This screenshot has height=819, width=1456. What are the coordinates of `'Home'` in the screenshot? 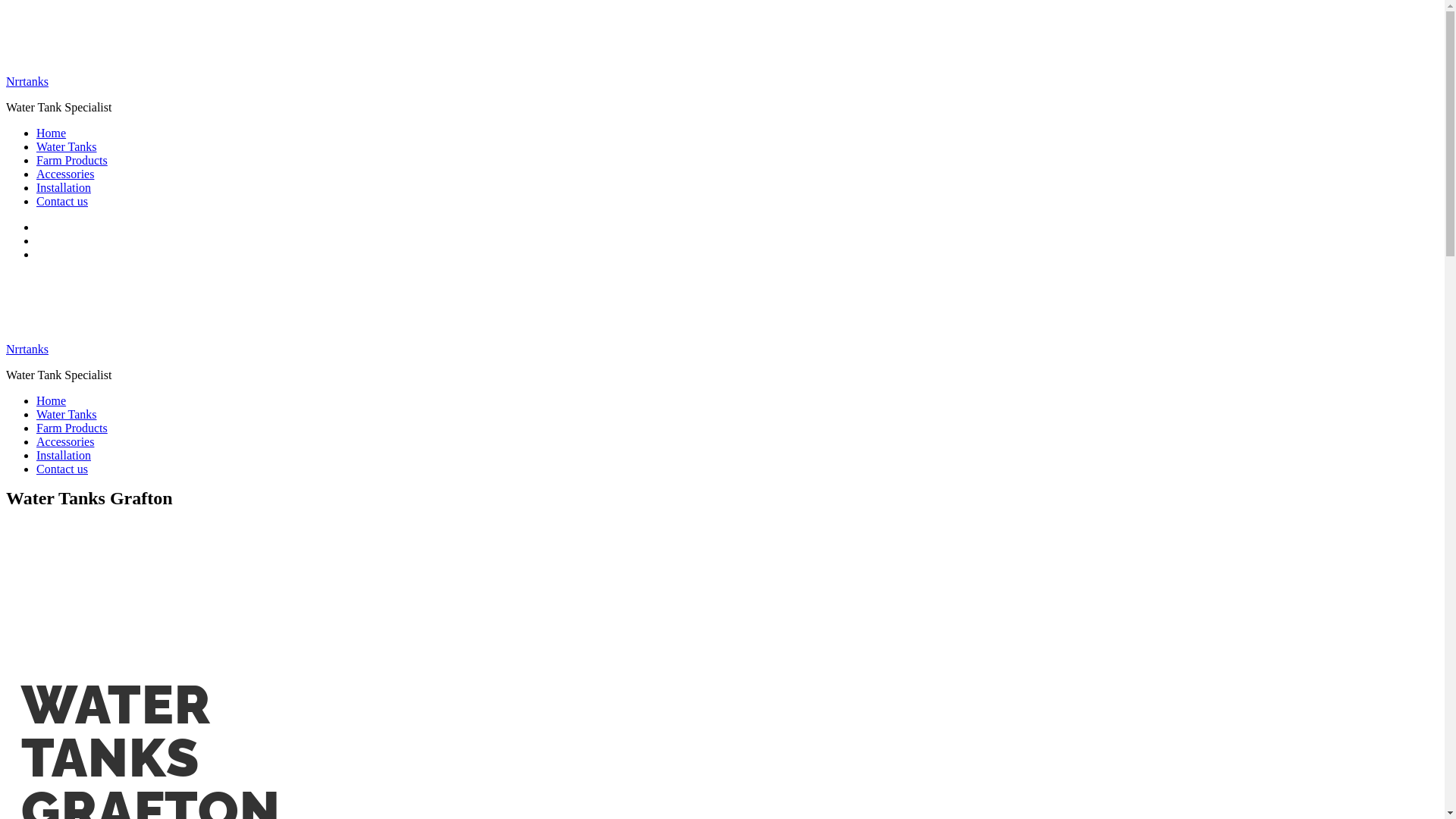 It's located at (51, 132).